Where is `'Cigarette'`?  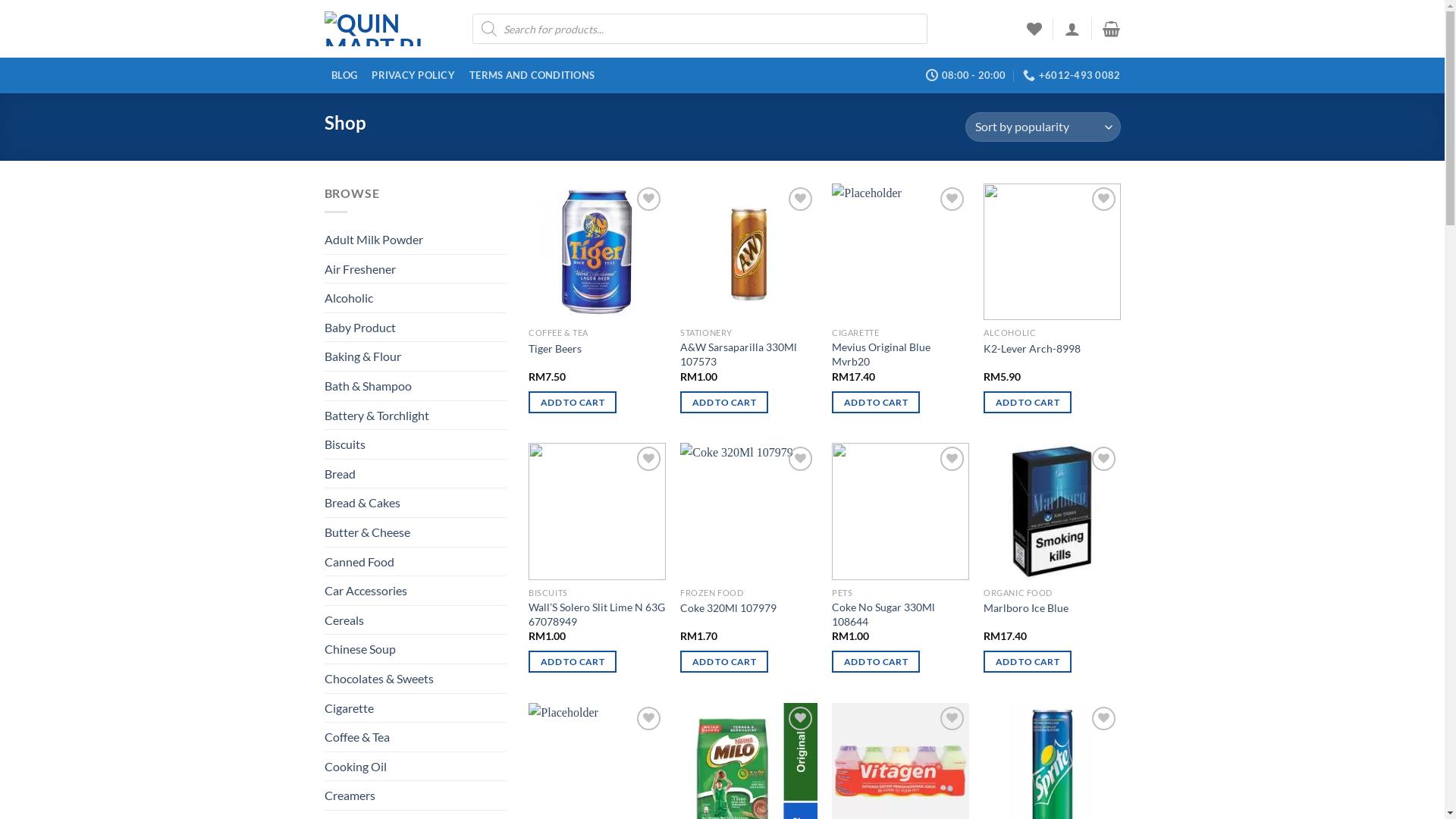 'Cigarette' is located at coordinates (323, 708).